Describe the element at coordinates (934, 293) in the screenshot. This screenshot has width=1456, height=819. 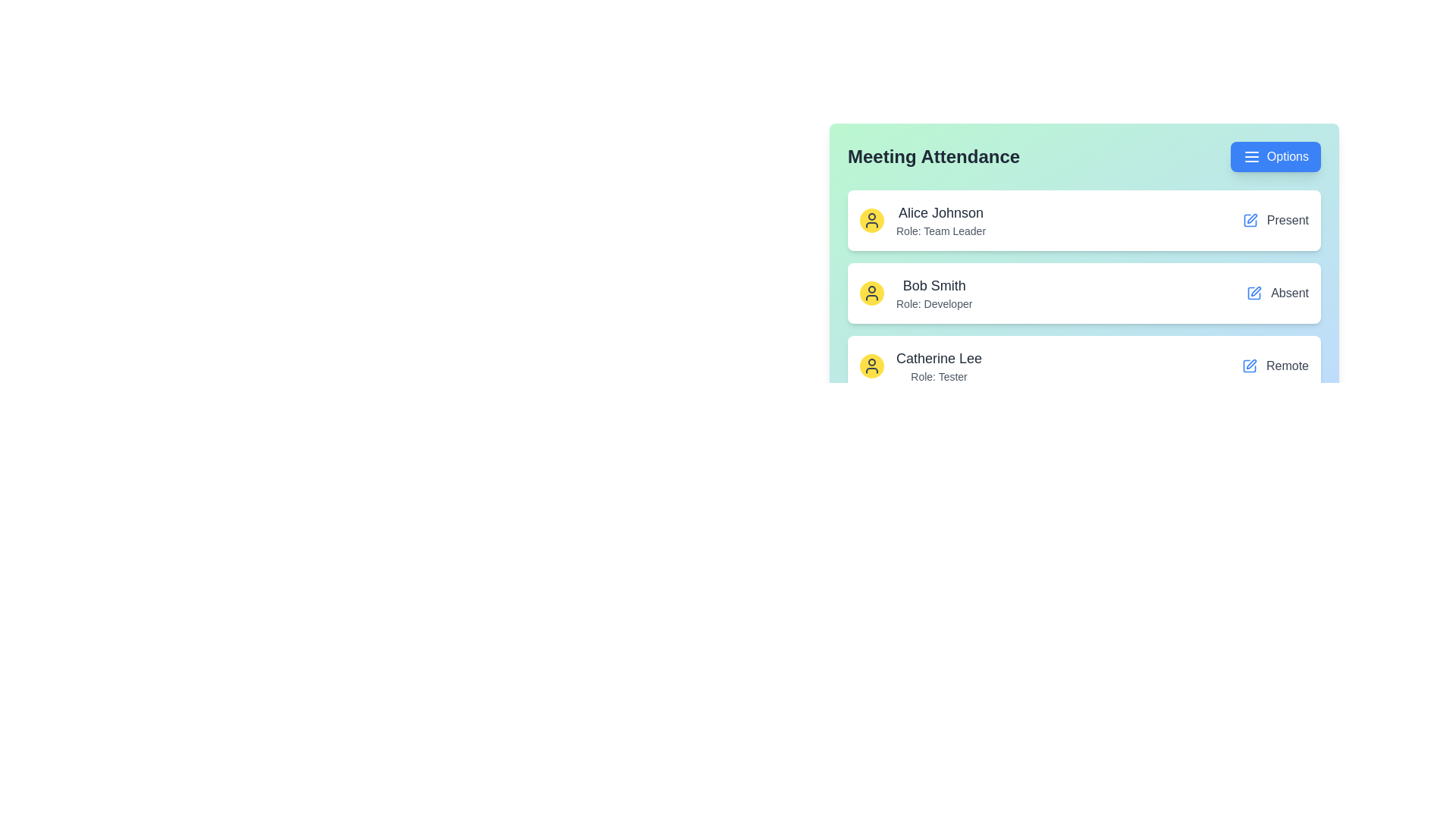
I see `name and role information from the Text display located in the center-right section of the interface, within the second item of the meeting attendance list` at that location.